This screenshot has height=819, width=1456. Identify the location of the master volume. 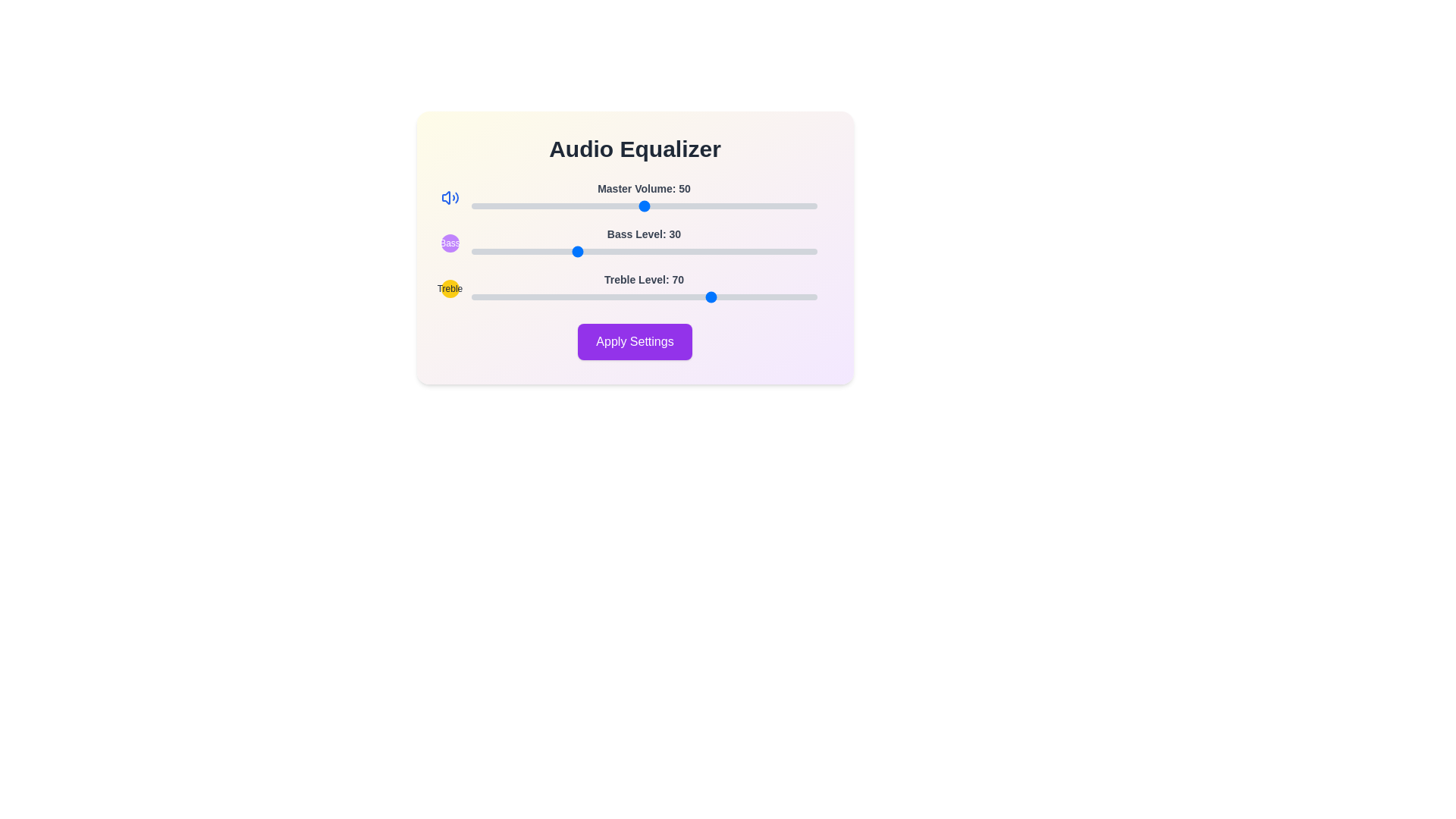
(730, 206).